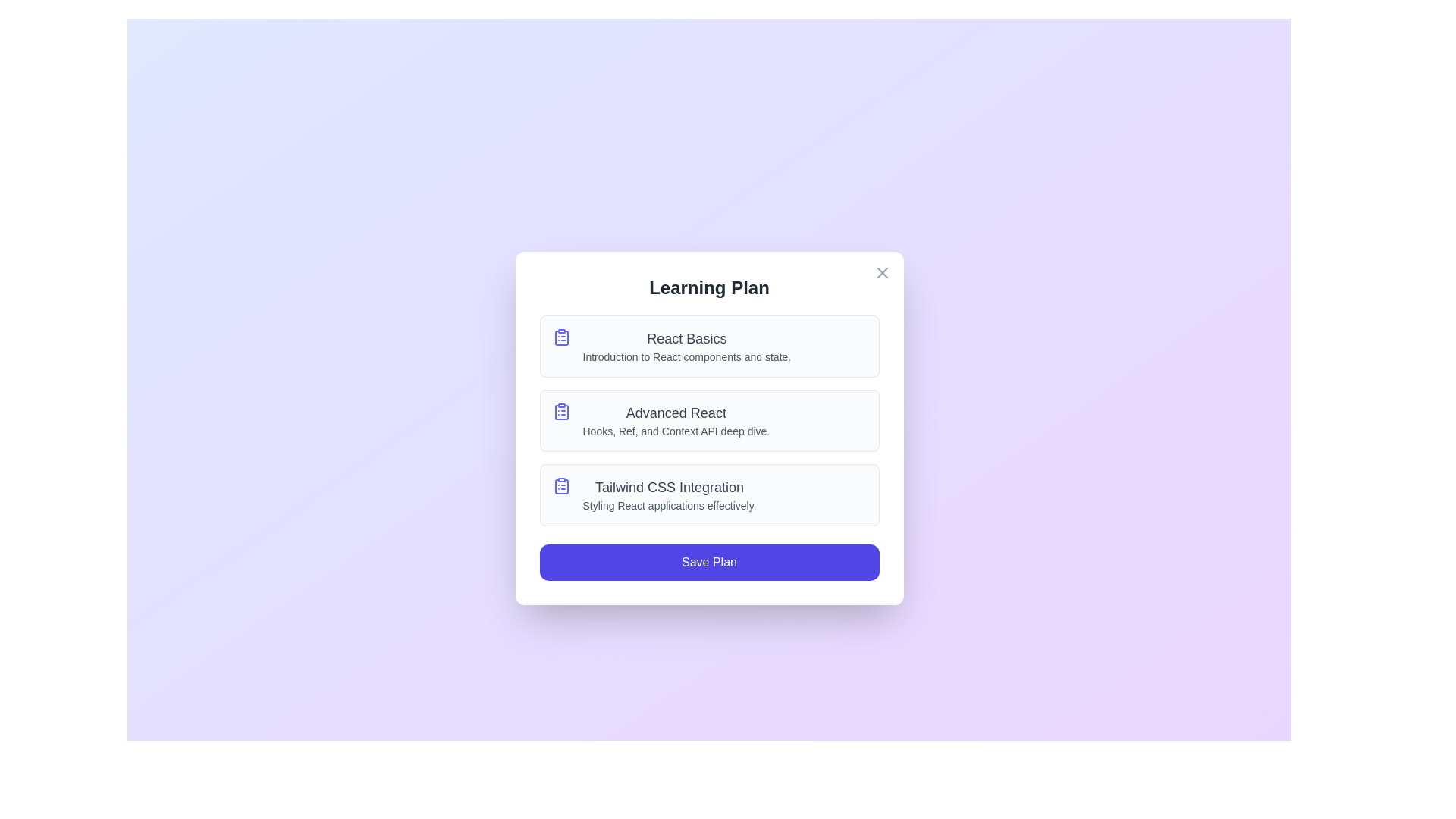 This screenshot has height=819, width=1456. Describe the element at coordinates (708, 494) in the screenshot. I see `the lesson item Tailwind CSS Integration to highlight it` at that location.